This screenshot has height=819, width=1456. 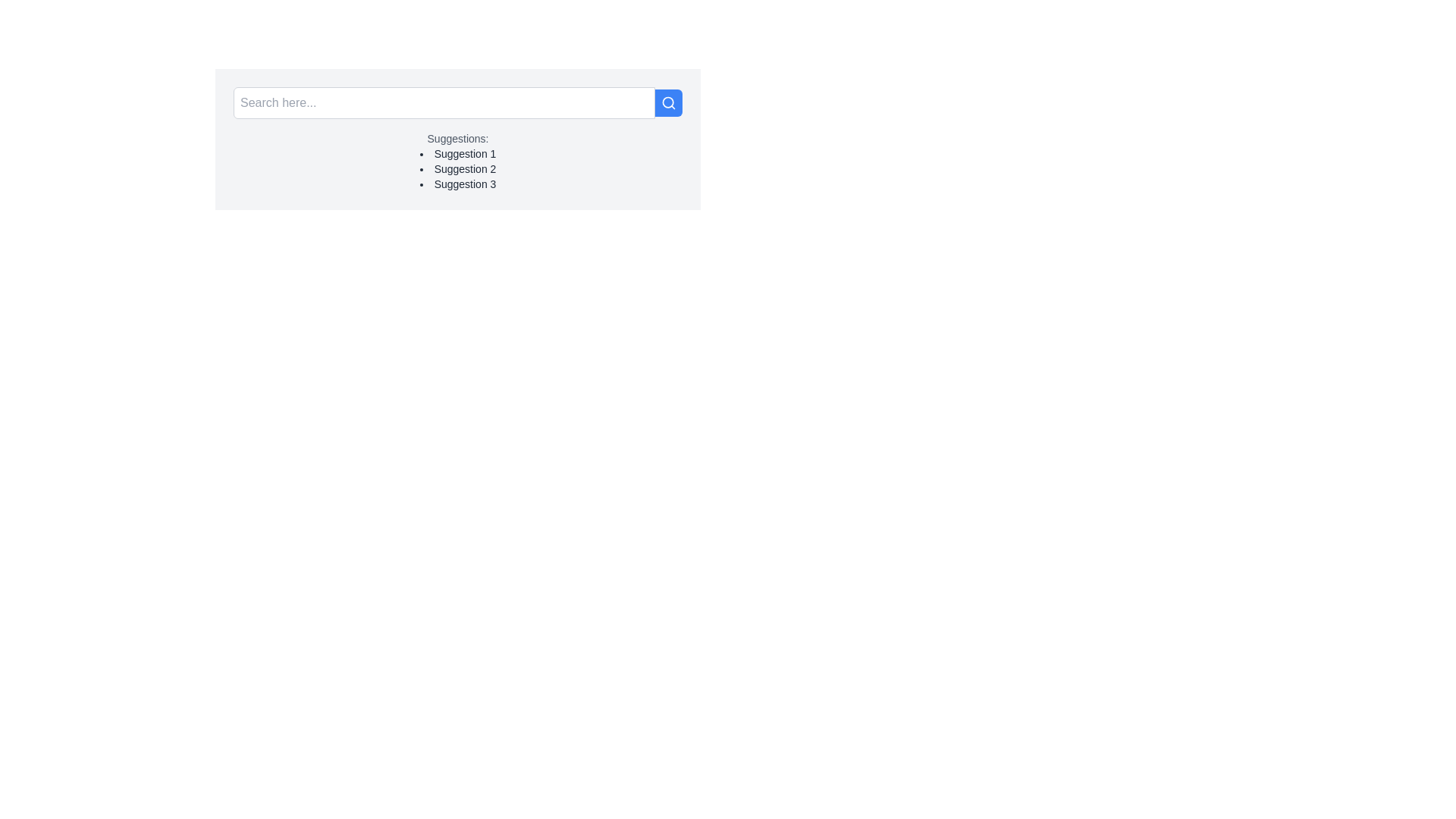 I want to click on the magnifying glass icon, which is located inside a blue circular button adjacent to the search input field, to initiate a search, so click(x=668, y=102).